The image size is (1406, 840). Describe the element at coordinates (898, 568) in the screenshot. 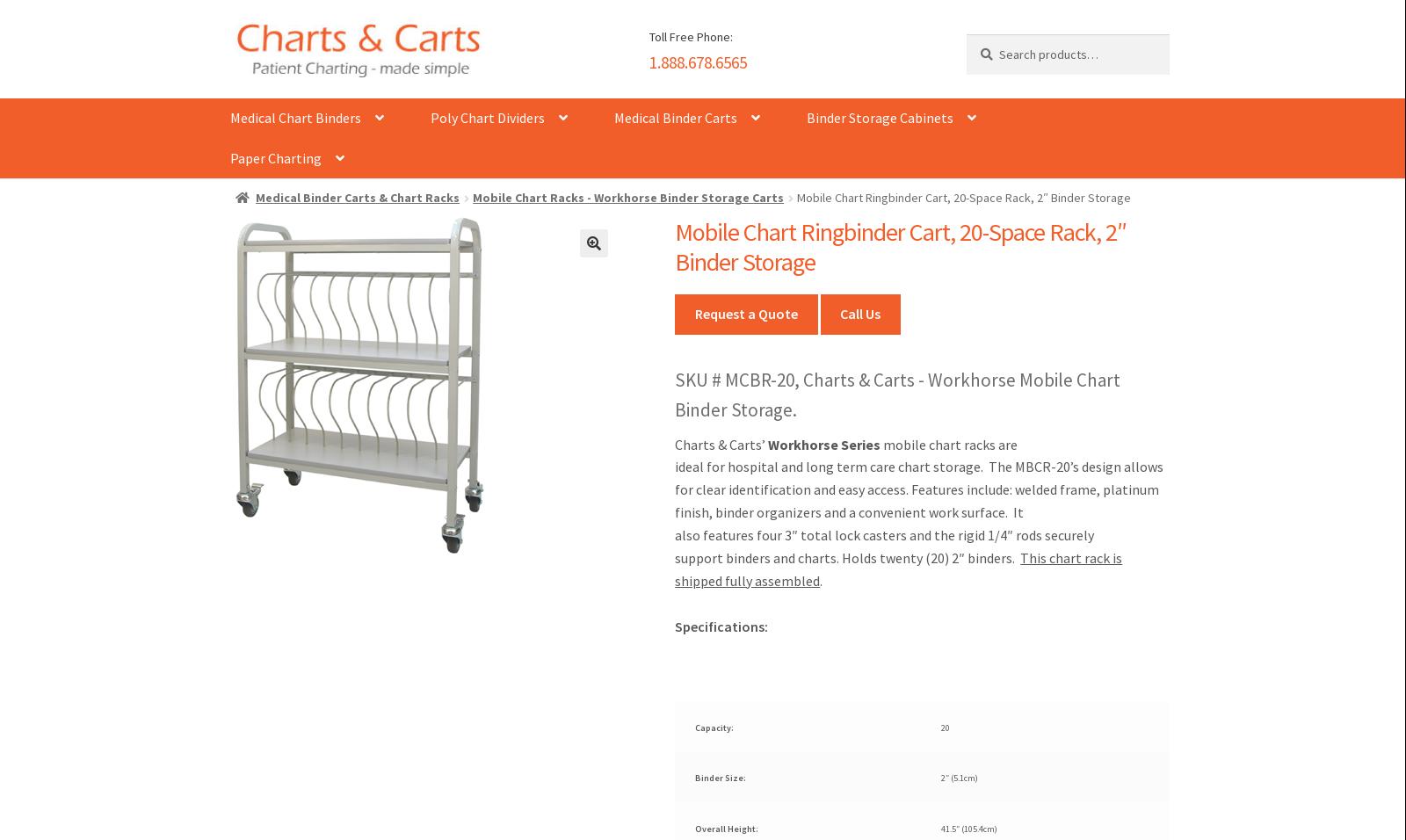

I see `'This chart rack is shipped fully assembled'` at that location.